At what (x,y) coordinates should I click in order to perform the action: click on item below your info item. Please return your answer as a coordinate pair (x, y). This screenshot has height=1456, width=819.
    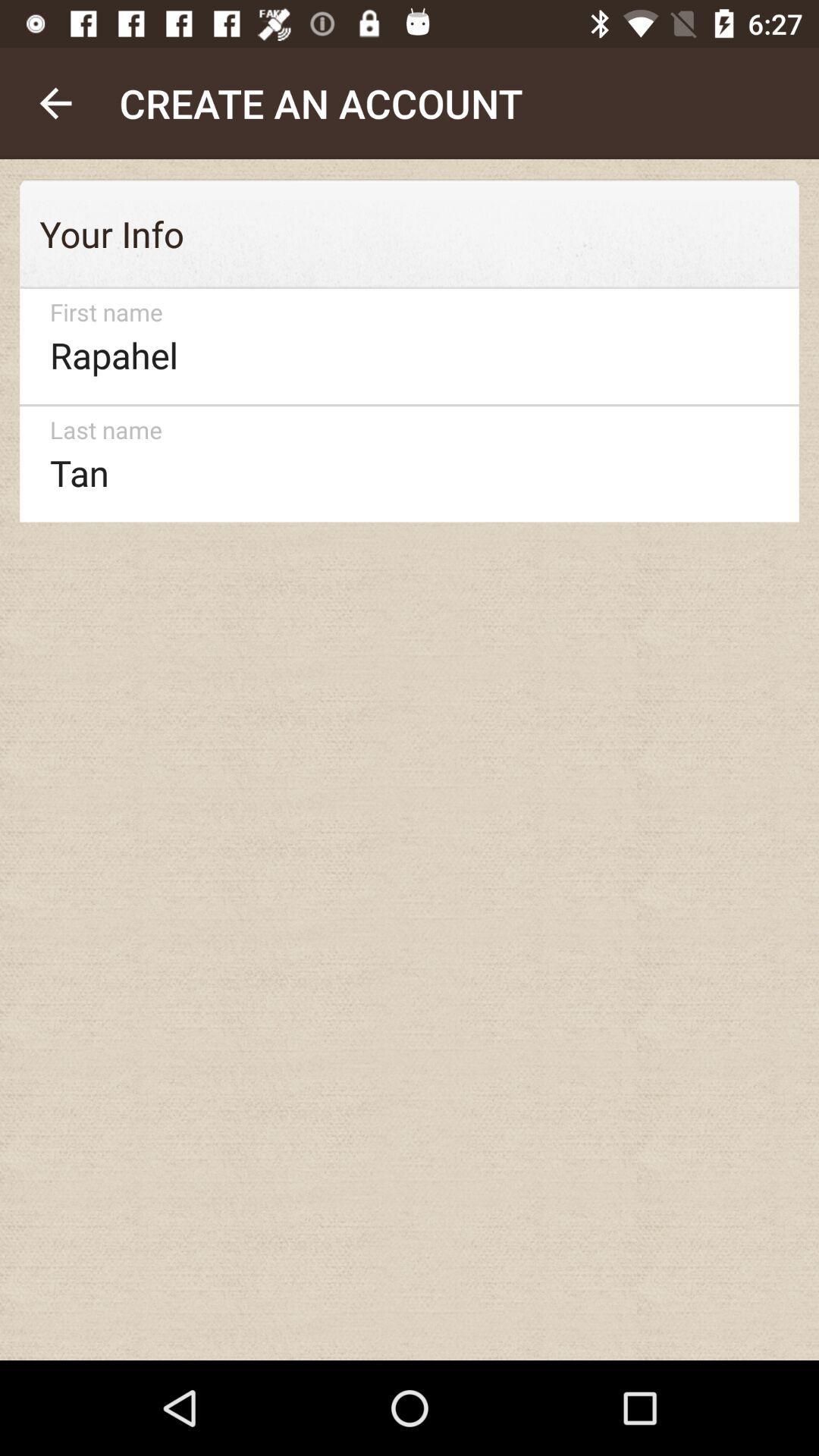
    Looking at the image, I should click on (402, 346).